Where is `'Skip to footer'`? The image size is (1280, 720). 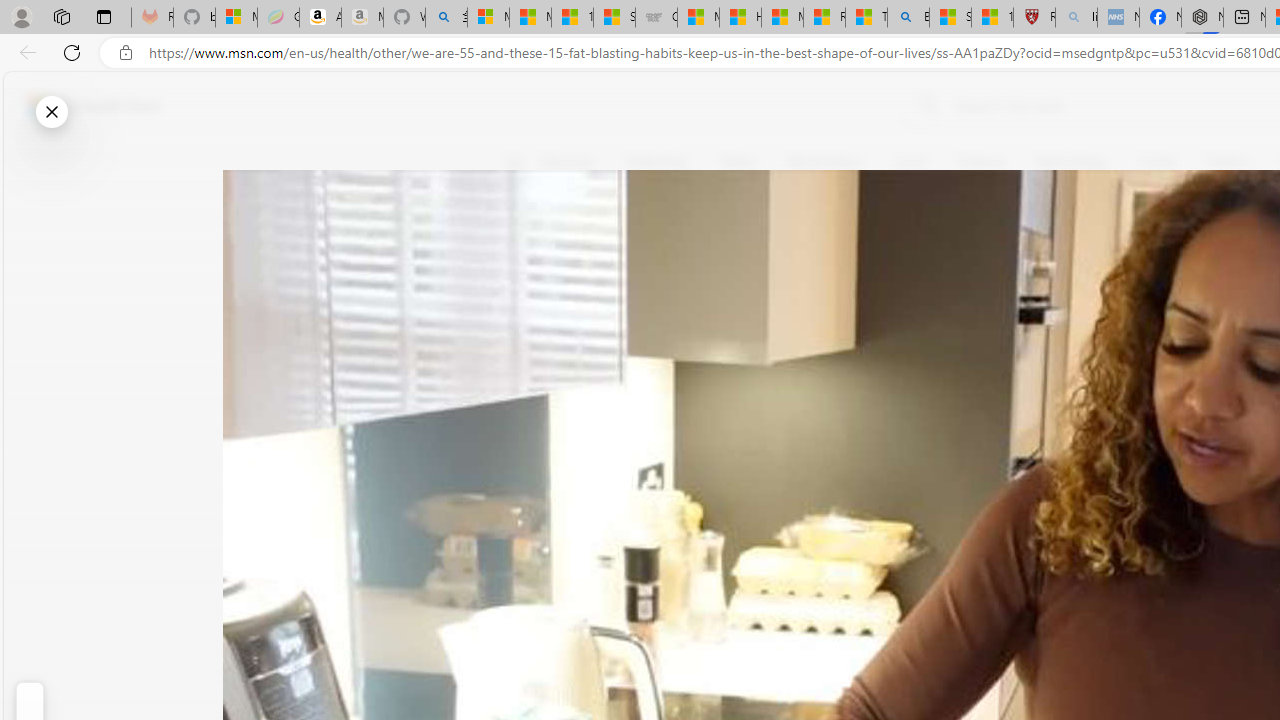
'Skip to footer' is located at coordinates (81, 105).